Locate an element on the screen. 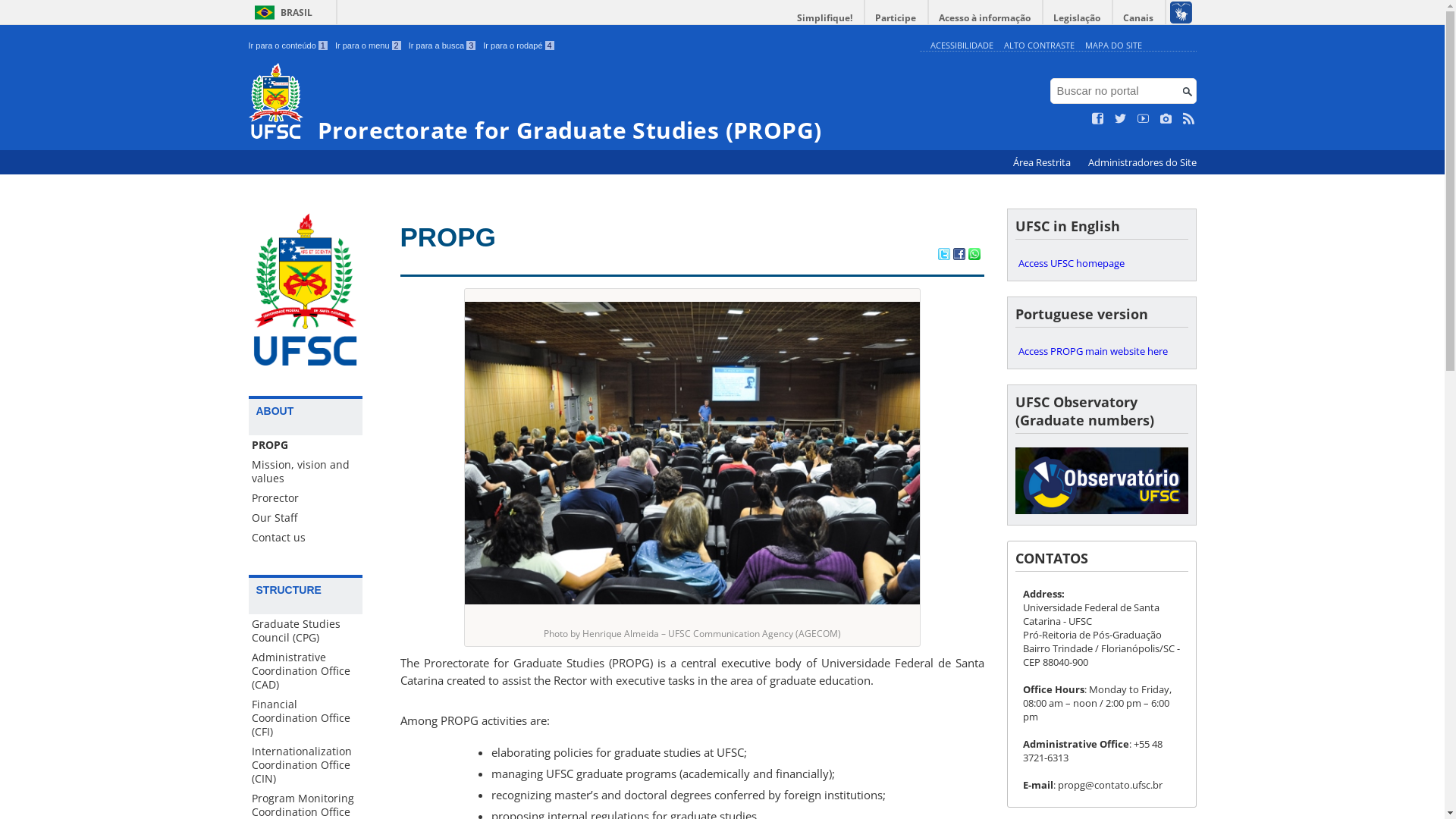 This screenshot has height=819, width=1456. 'ALTO CONTRASTE' is located at coordinates (1038, 44).